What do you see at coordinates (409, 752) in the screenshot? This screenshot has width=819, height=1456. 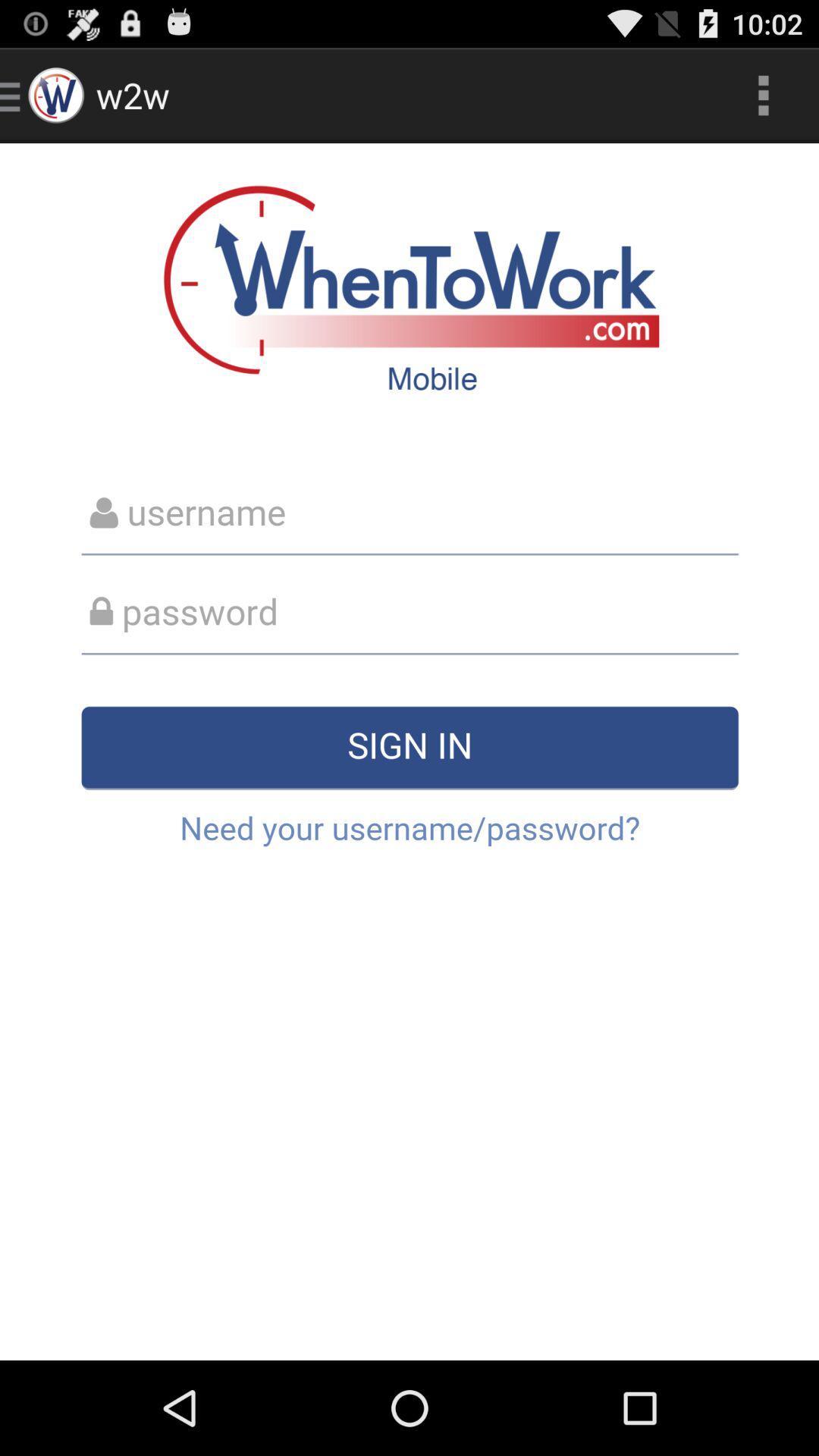 I see `login` at bounding box center [409, 752].